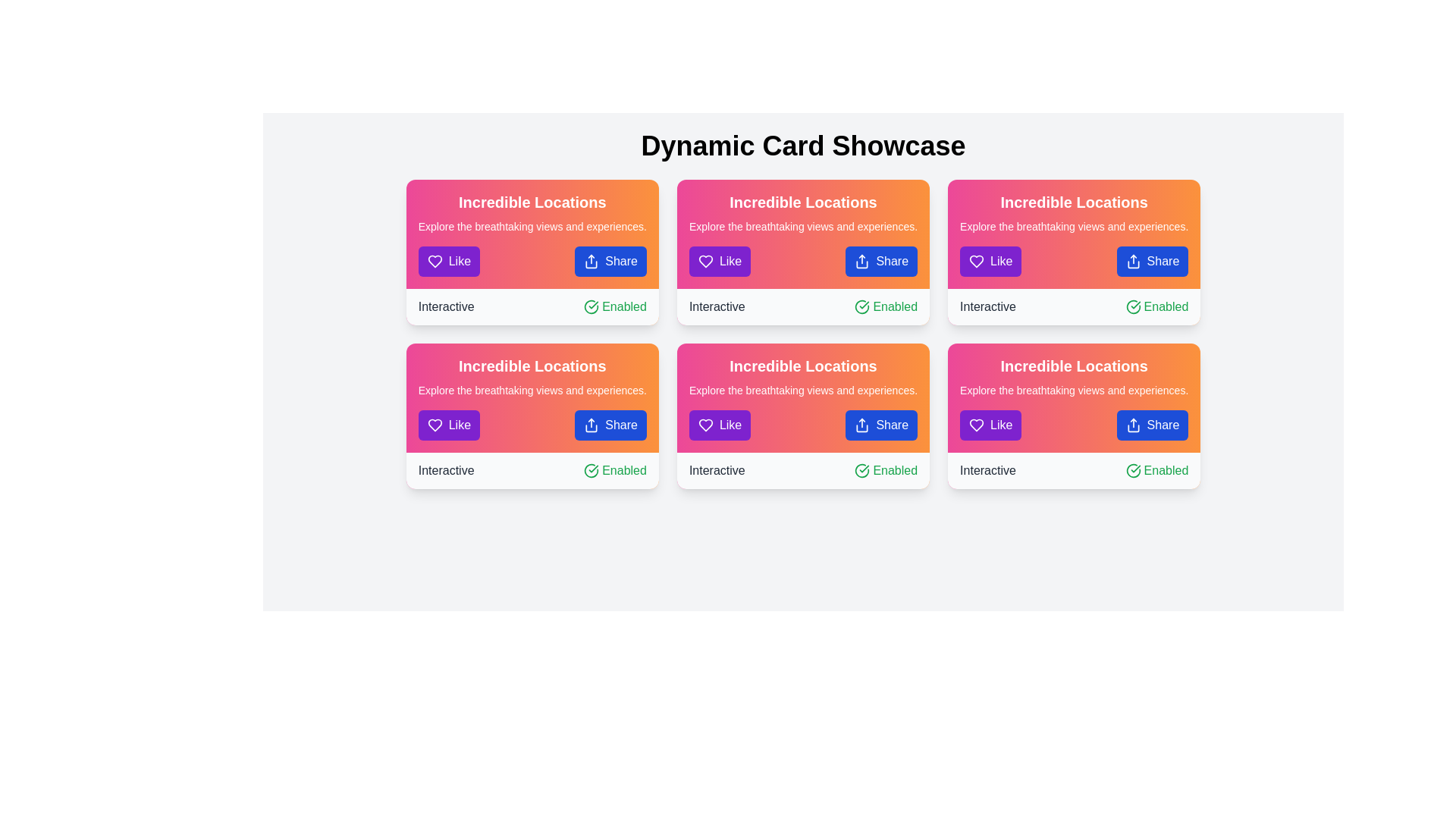 This screenshot has width=1456, height=819. I want to click on the share icon located within the 'Share' button at the bottom right of the card in the second row, first column of the grid to initiate sharing, so click(591, 425).